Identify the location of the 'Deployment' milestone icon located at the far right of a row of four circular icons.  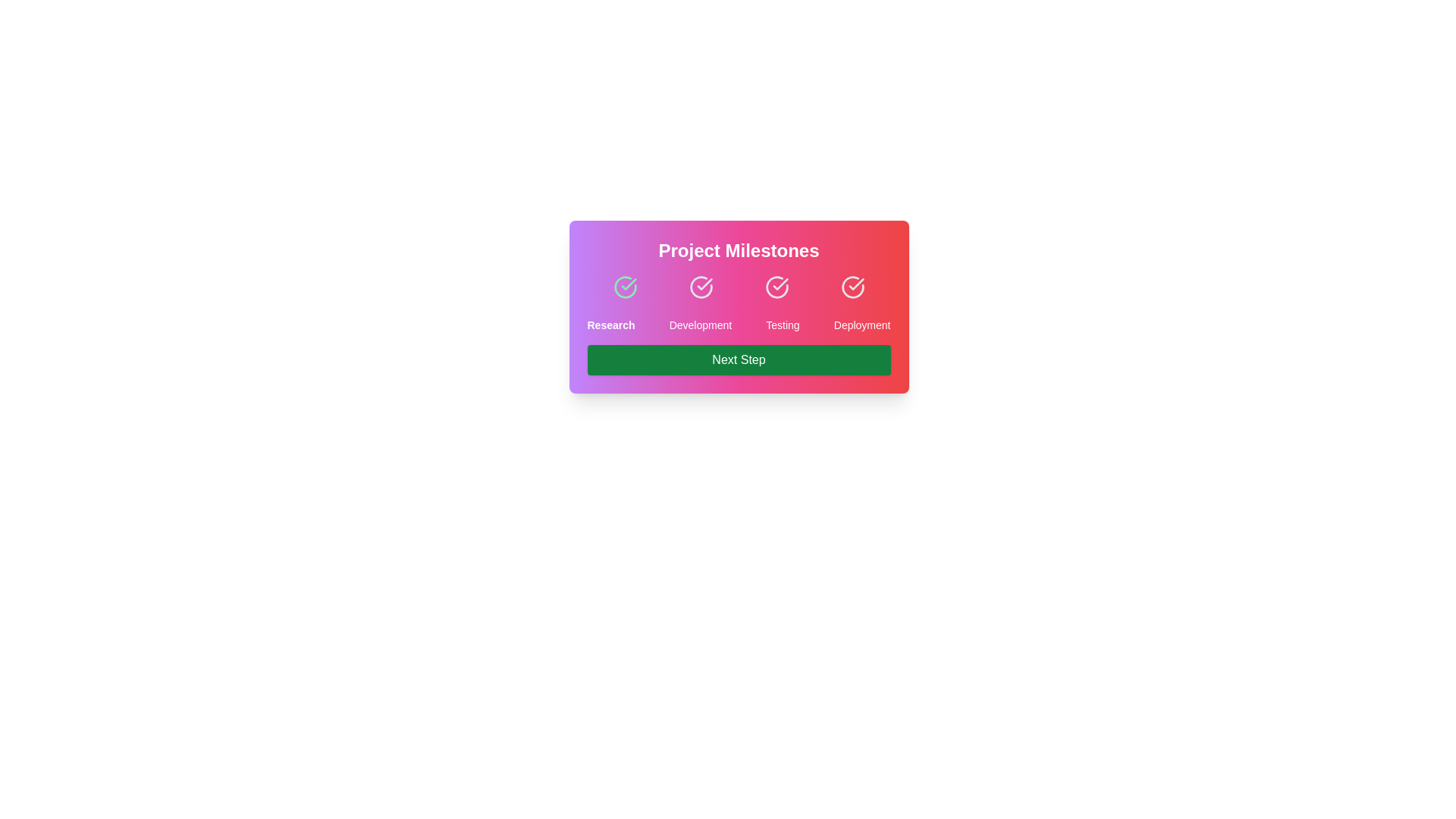
(852, 287).